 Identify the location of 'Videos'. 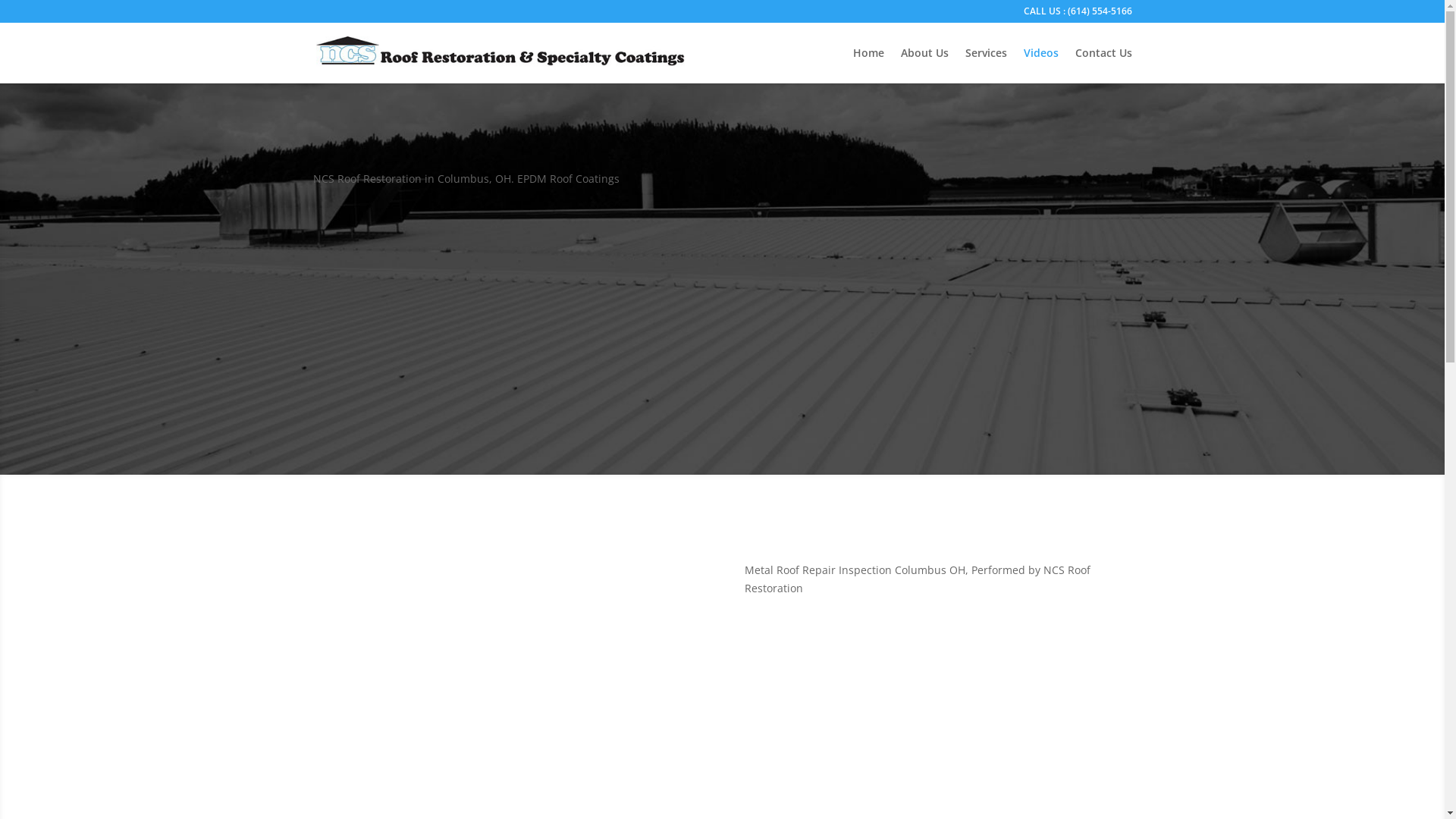
(1023, 64).